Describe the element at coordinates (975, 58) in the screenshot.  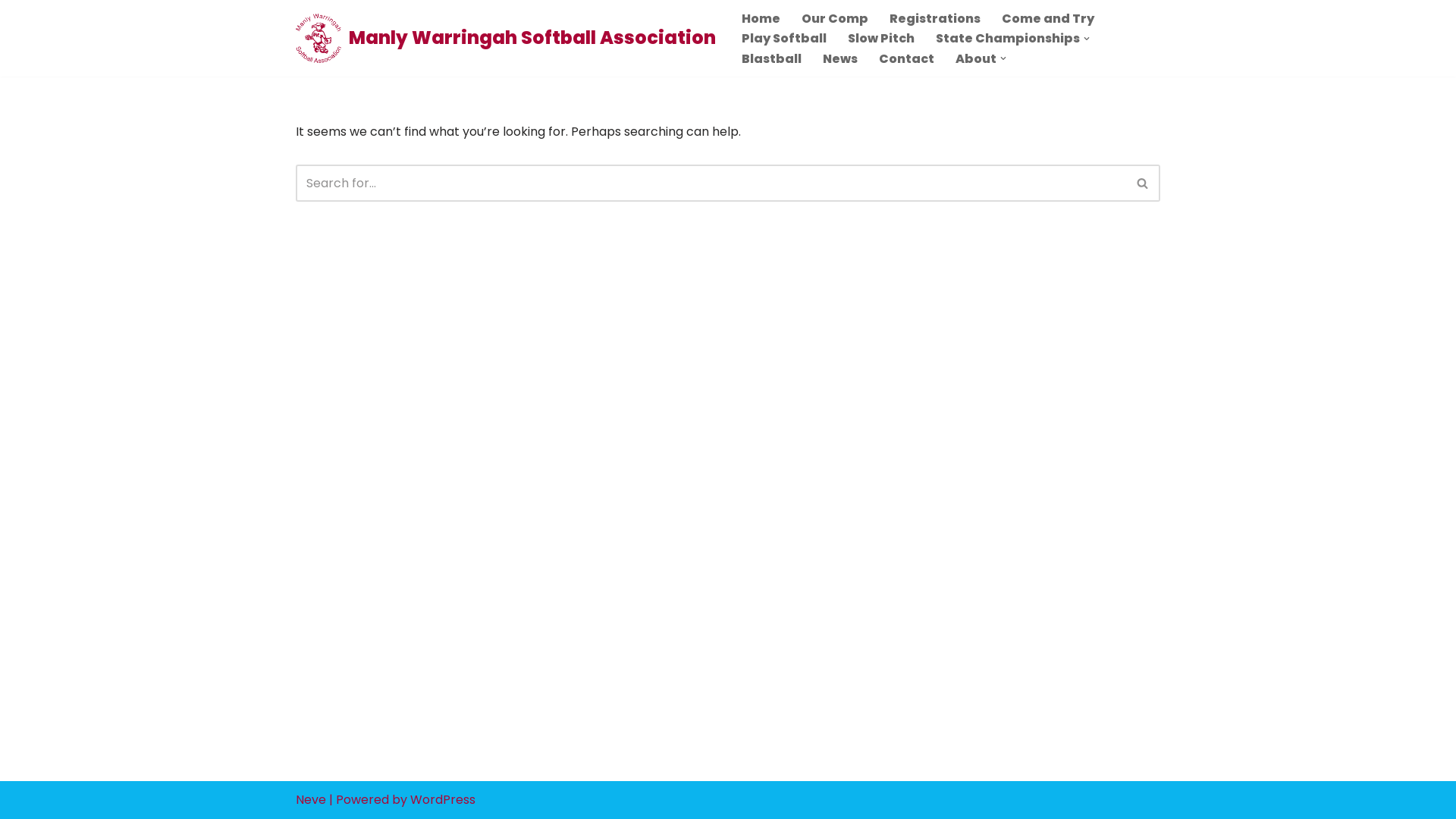
I see `'About'` at that location.